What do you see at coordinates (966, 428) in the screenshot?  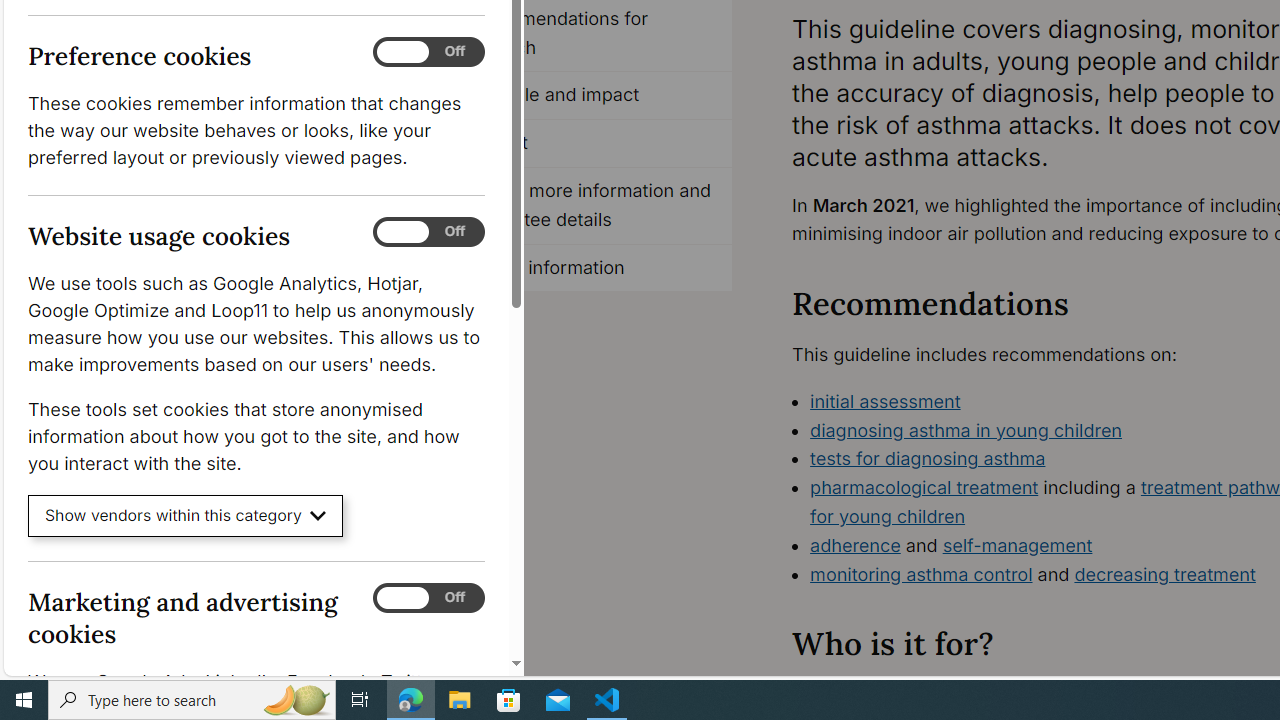 I see `'diagnosing asthma in young children'` at bounding box center [966, 428].